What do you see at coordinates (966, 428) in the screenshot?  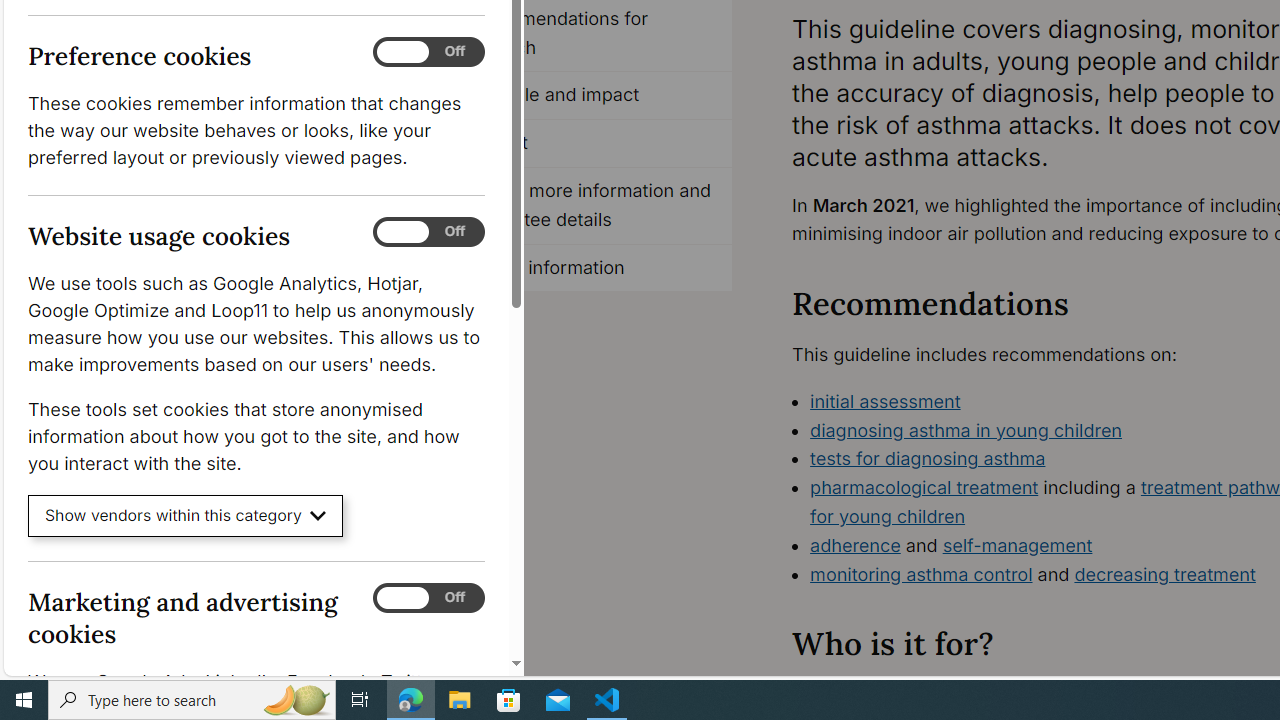 I see `'diagnosing asthma in young children'` at bounding box center [966, 428].